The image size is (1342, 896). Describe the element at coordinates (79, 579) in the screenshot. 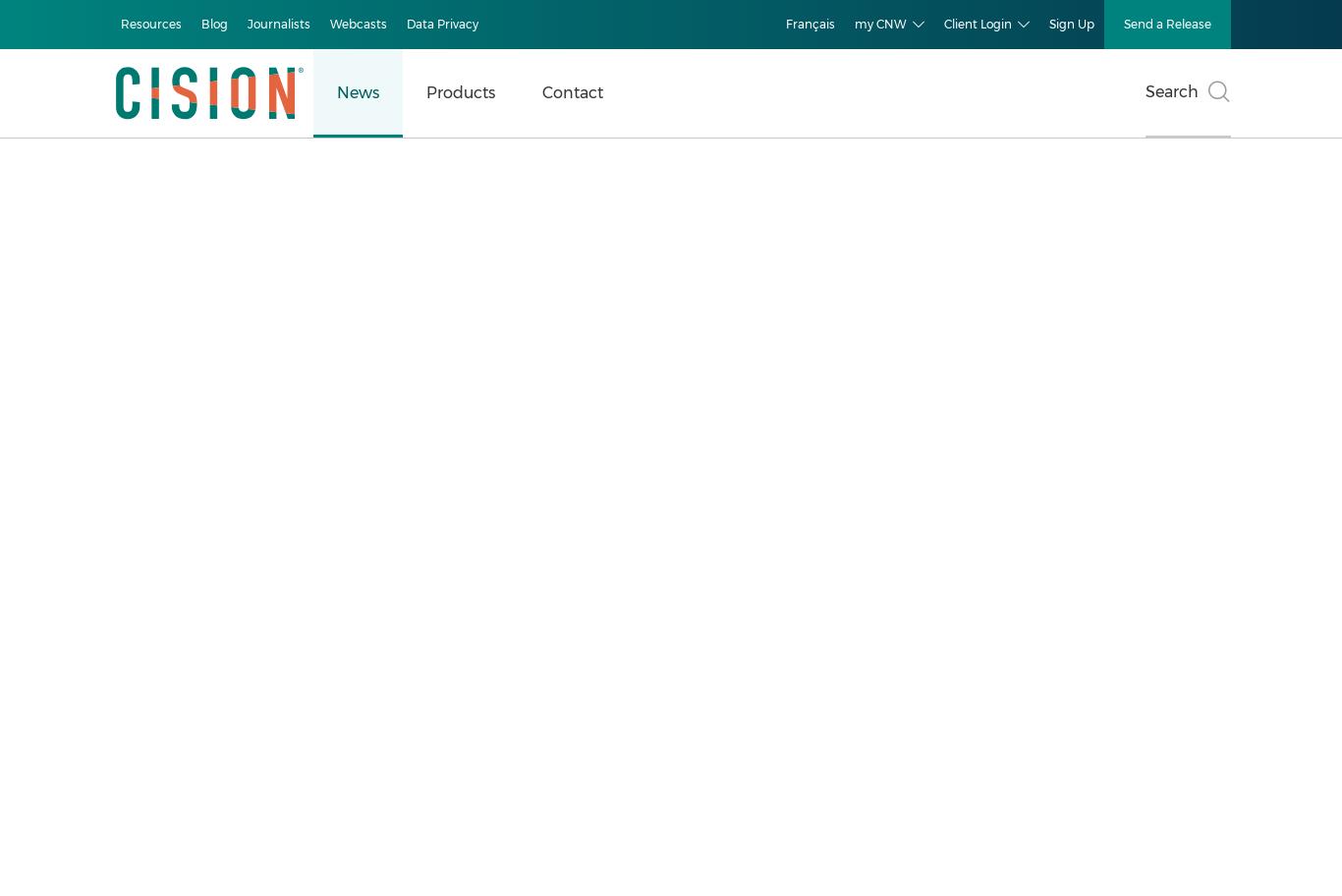

I see `'Energy & Natural Resources'` at that location.